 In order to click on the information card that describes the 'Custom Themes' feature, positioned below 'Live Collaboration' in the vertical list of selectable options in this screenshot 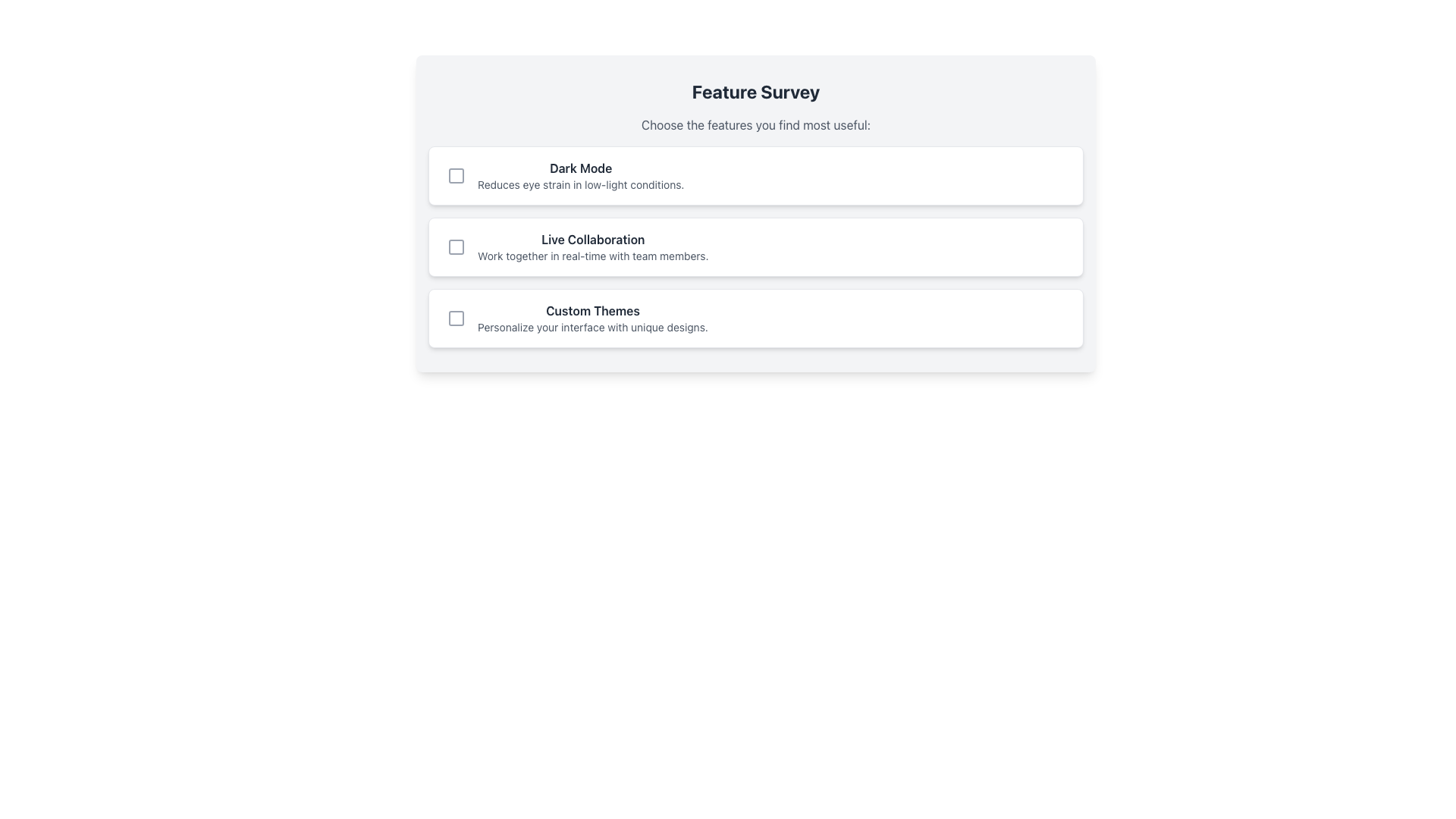, I will do `click(592, 318)`.